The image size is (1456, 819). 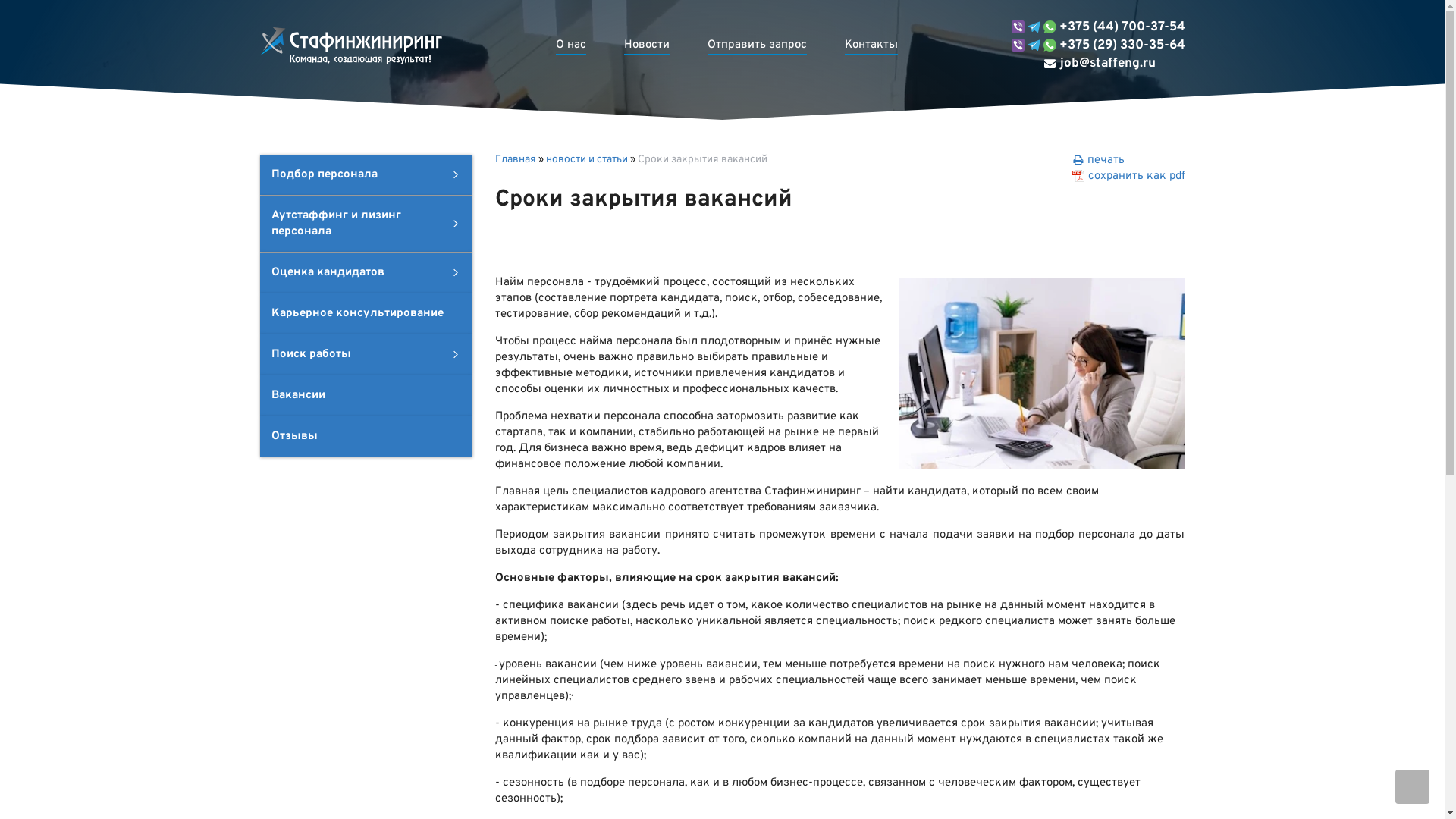 What do you see at coordinates (1098, 45) in the screenshot?
I see `'+375 (29) 330-35-64'` at bounding box center [1098, 45].